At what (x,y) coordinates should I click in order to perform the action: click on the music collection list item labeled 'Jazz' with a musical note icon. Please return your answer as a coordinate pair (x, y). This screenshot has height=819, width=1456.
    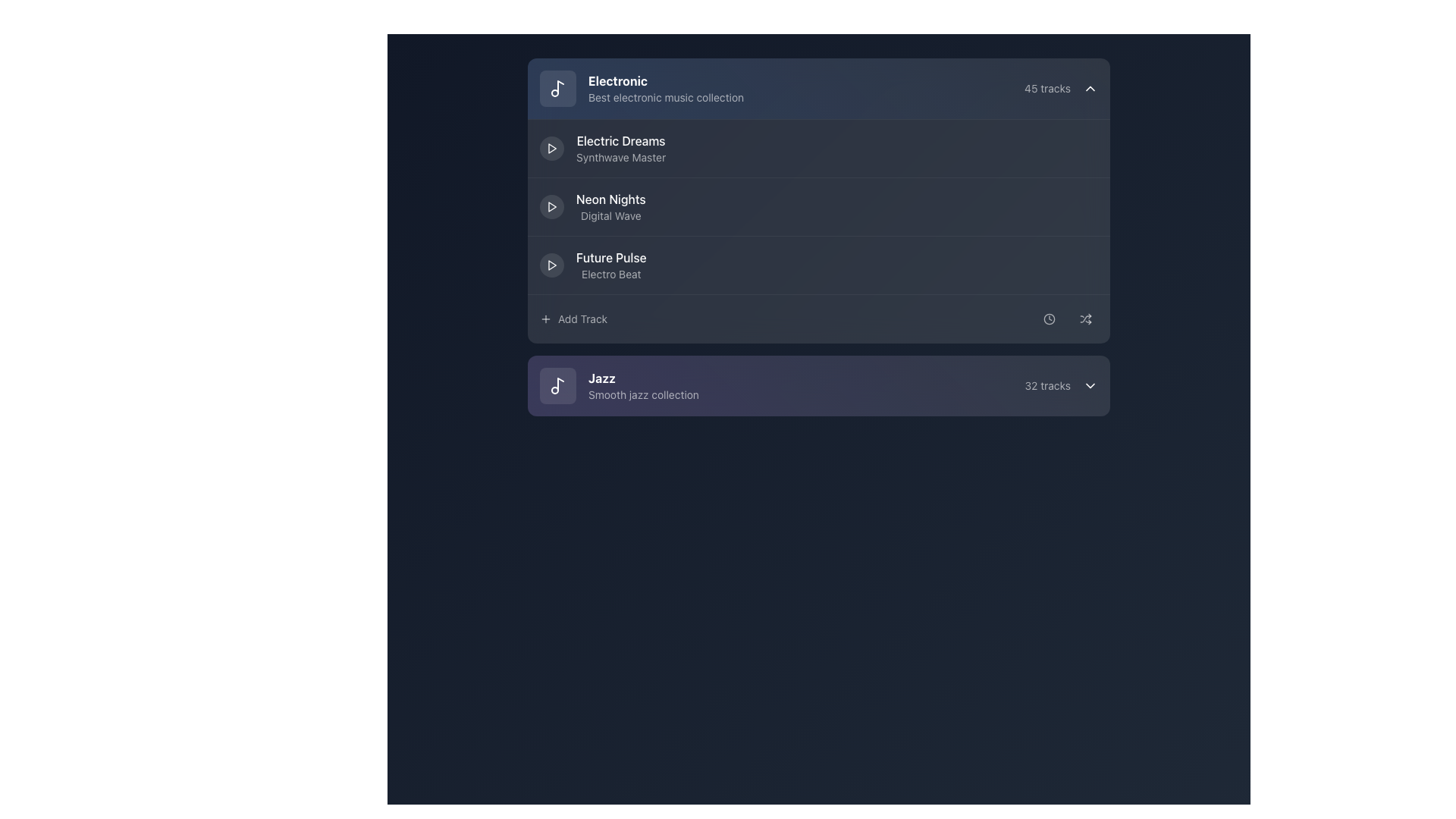
    Looking at the image, I should click on (619, 385).